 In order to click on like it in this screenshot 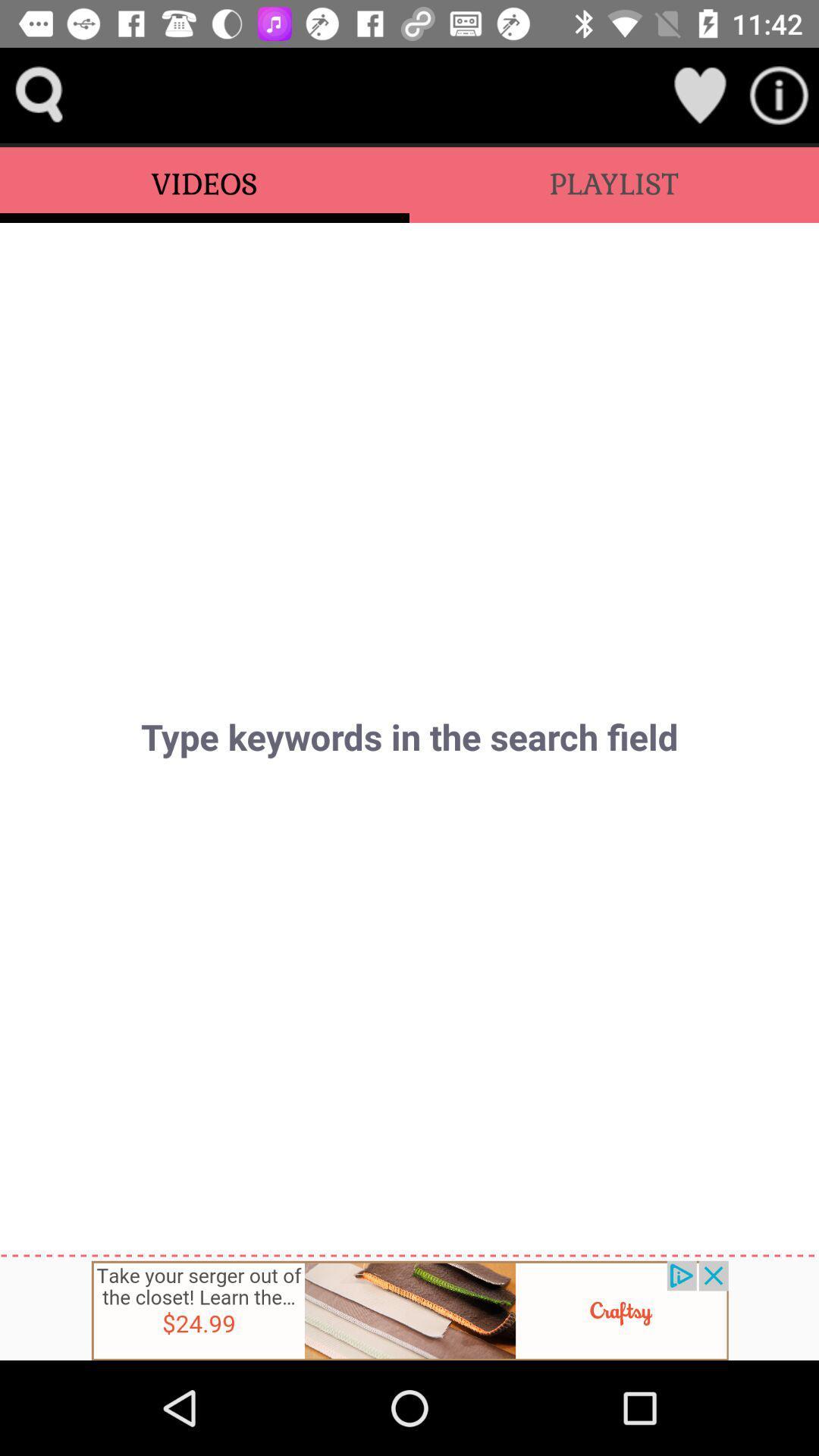, I will do `click(699, 94)`.